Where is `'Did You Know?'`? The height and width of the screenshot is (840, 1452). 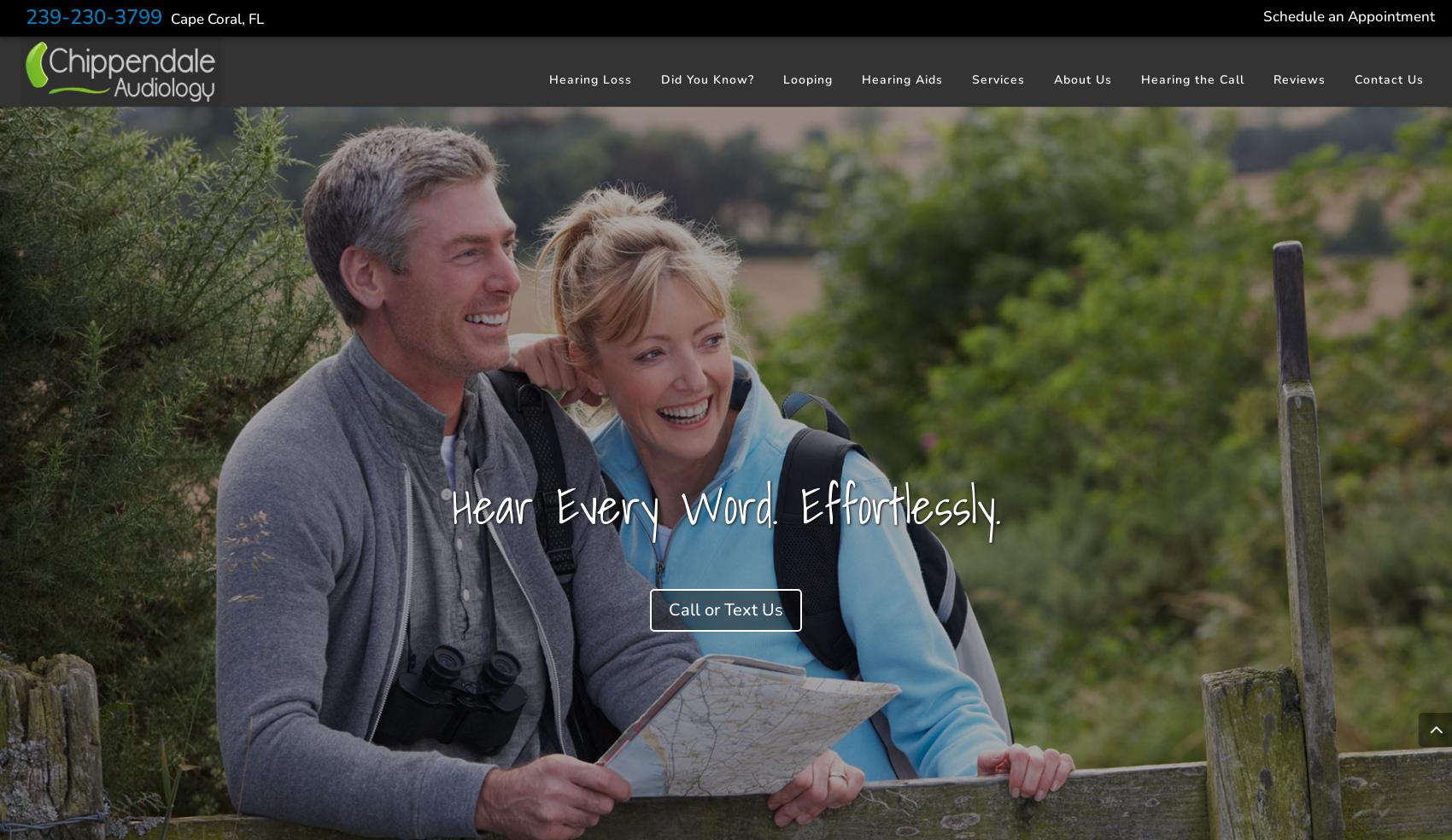
'Did You Know?' is located at coordinates (706, 79).